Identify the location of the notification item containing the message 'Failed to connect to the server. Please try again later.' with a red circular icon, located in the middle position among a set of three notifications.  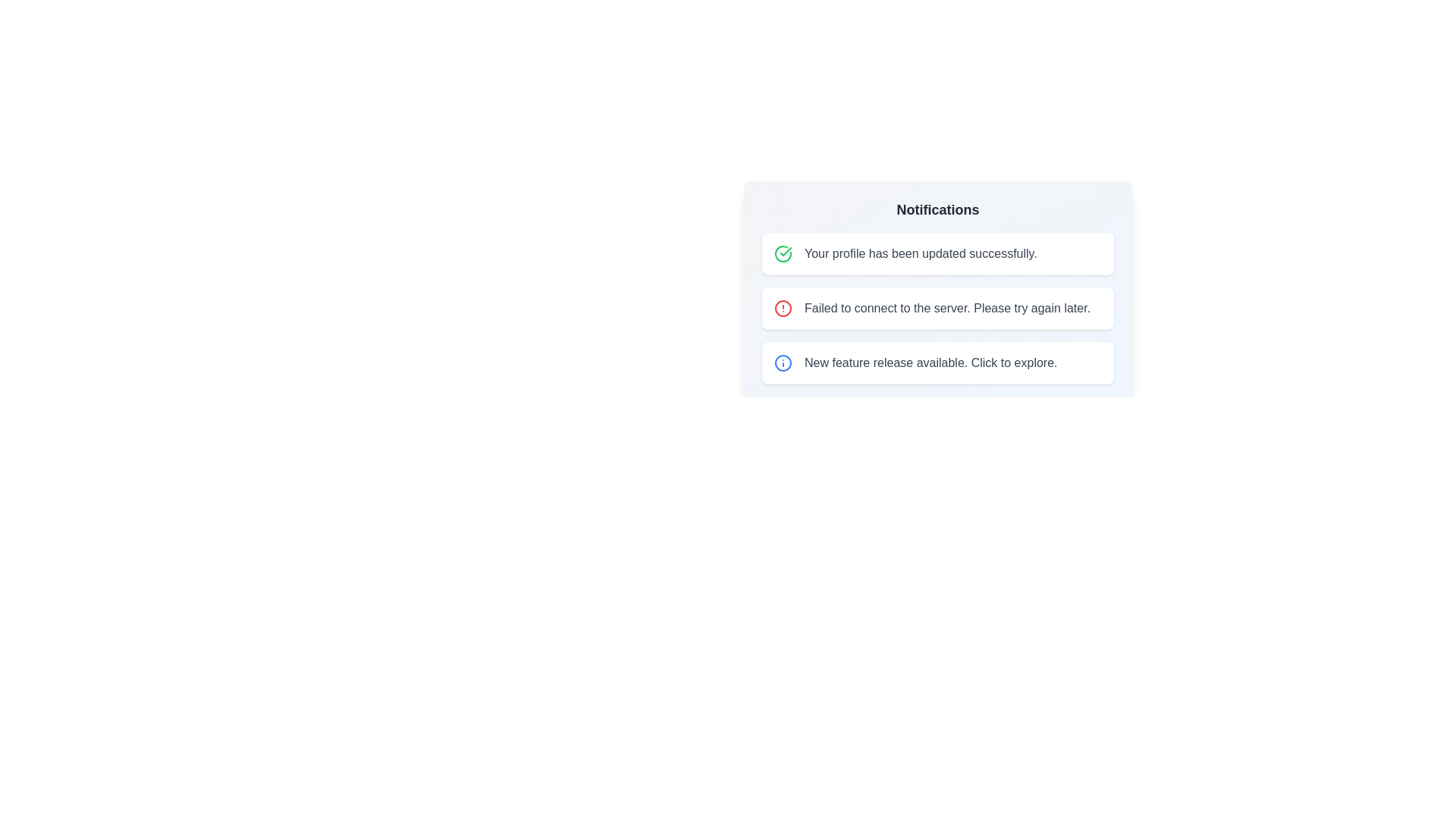
(937, 280).